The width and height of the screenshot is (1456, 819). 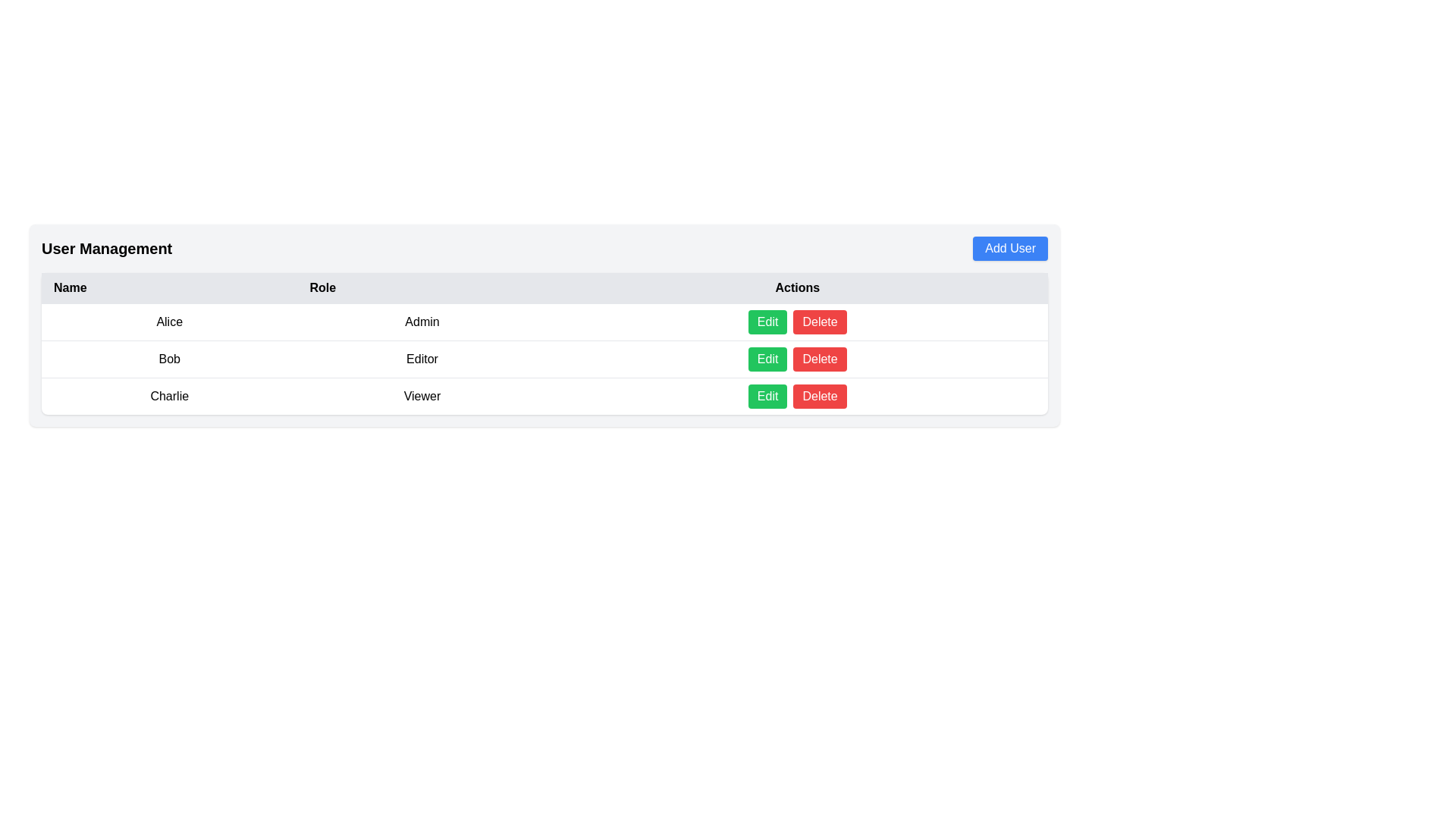 What do you see at coordinates (106, 247) in the screenshot?
I see `the static text label 'User Management', which is a bold heading located at the top-left corner of the interface, serving as the title for the user management section` at bounding box center [106, 247].